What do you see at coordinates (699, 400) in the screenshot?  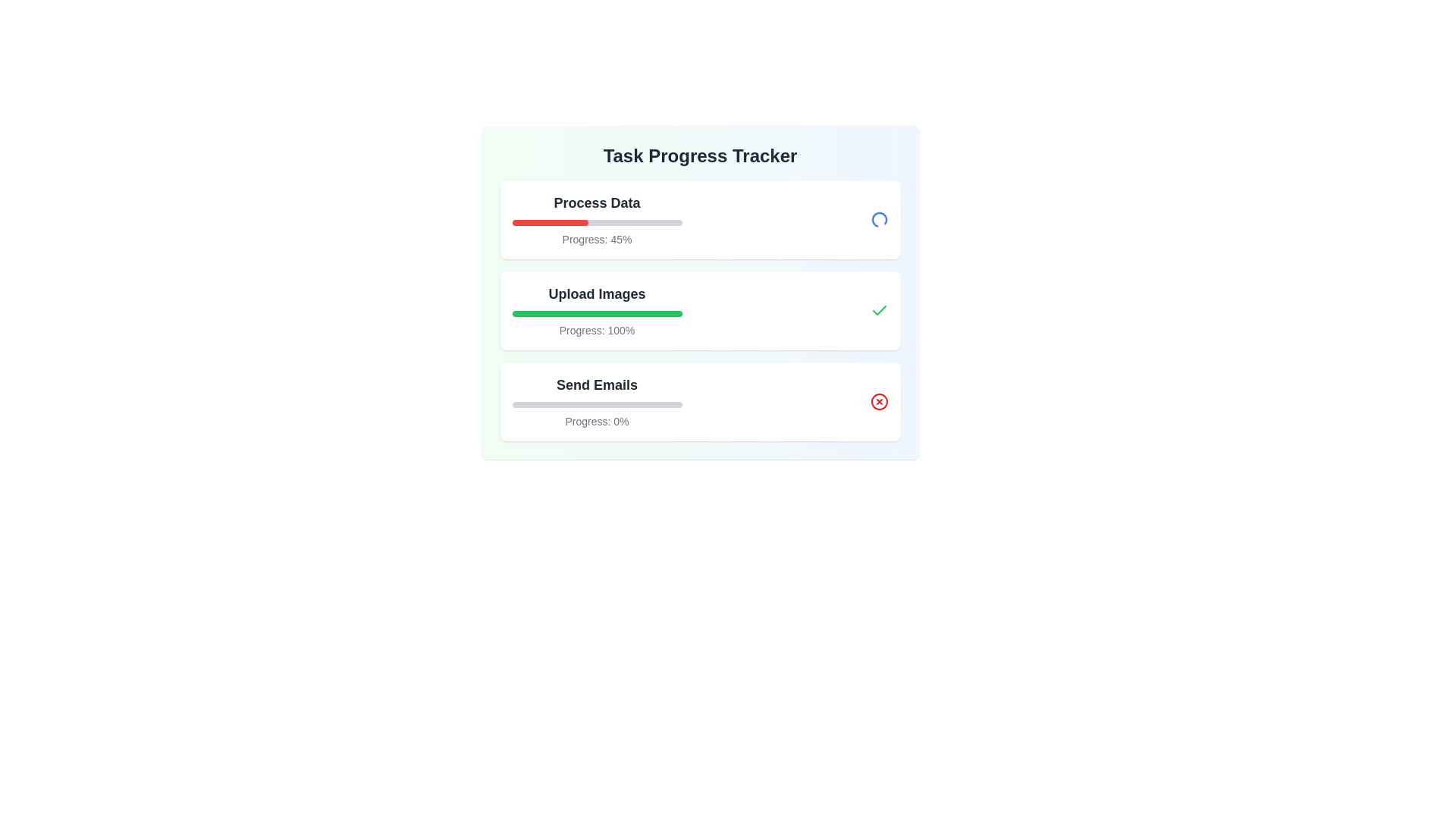 I see `the Progress tracker item indicating the progress state of the 'Send Emails' task, located at the bottom of the Task Progress Tracker list` at bounding box center [699, 400].